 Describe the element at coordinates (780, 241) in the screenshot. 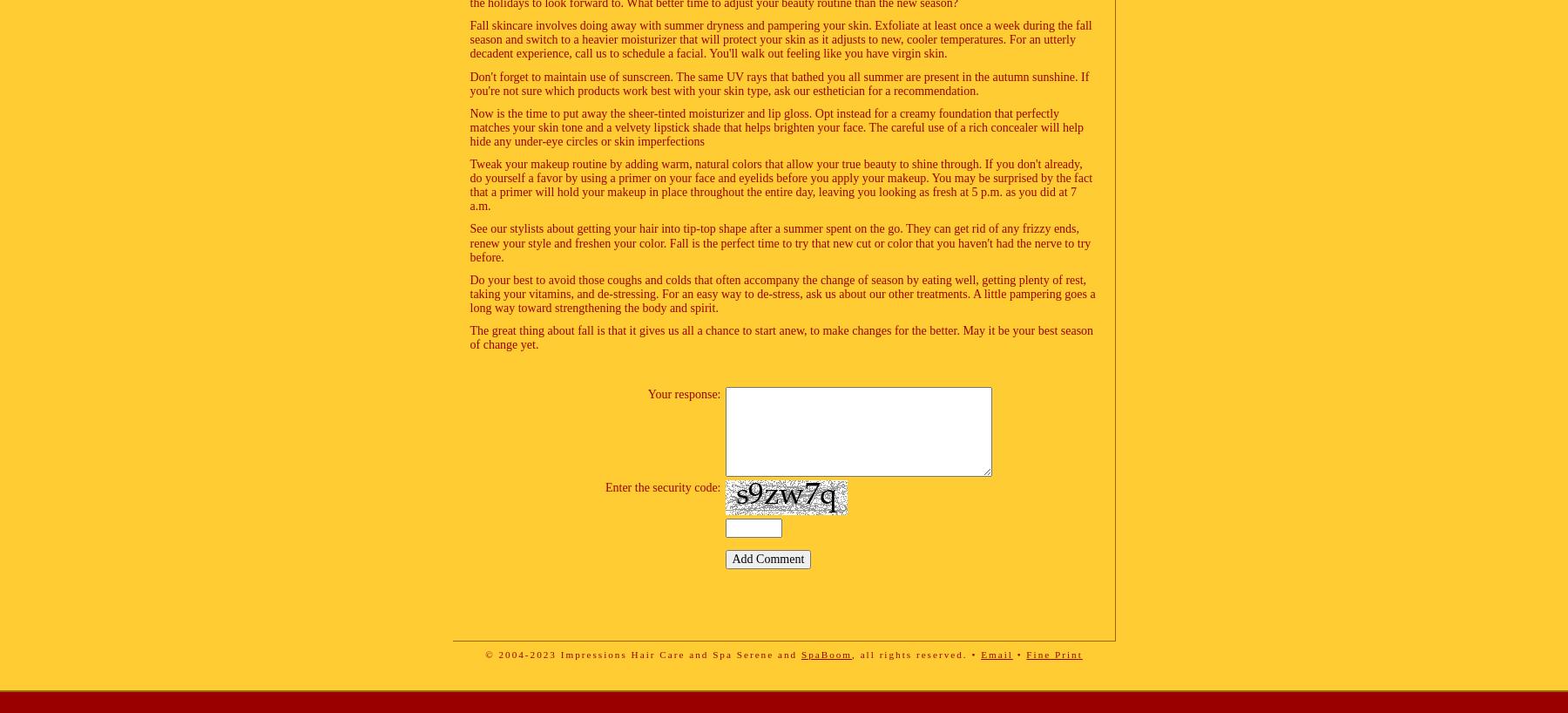

I see `'See our stylists about getting your hair into tip-top shape after a summer spent on the go. They can get rid of any frizzy ends, renew your style and freshen your color. Fall is the perfect time to try that new cut or color that you haven't had the nerve to try before.'` at that location.